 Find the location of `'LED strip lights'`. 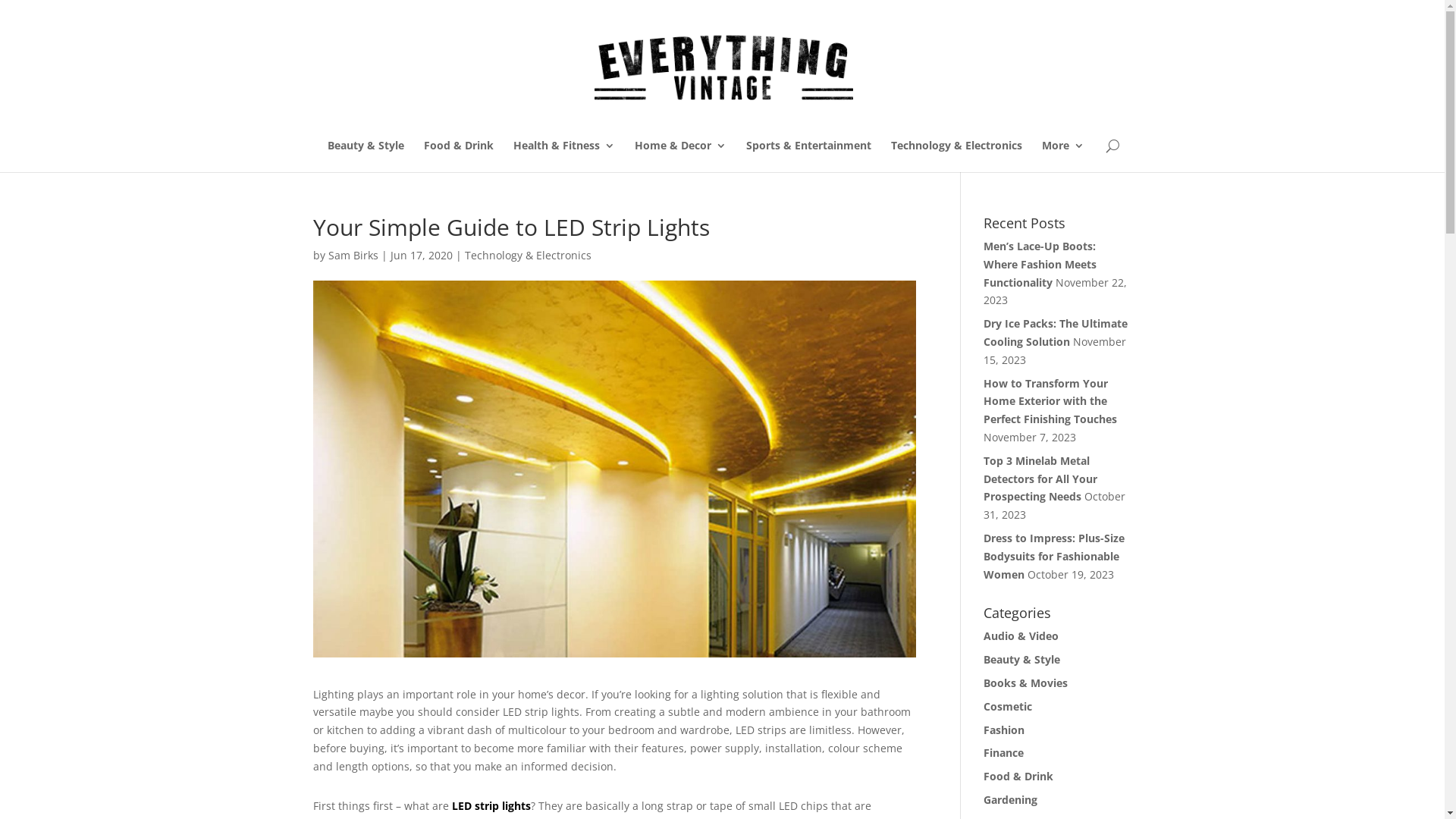

'LED strip lights' is located at coordinates (491, 805).